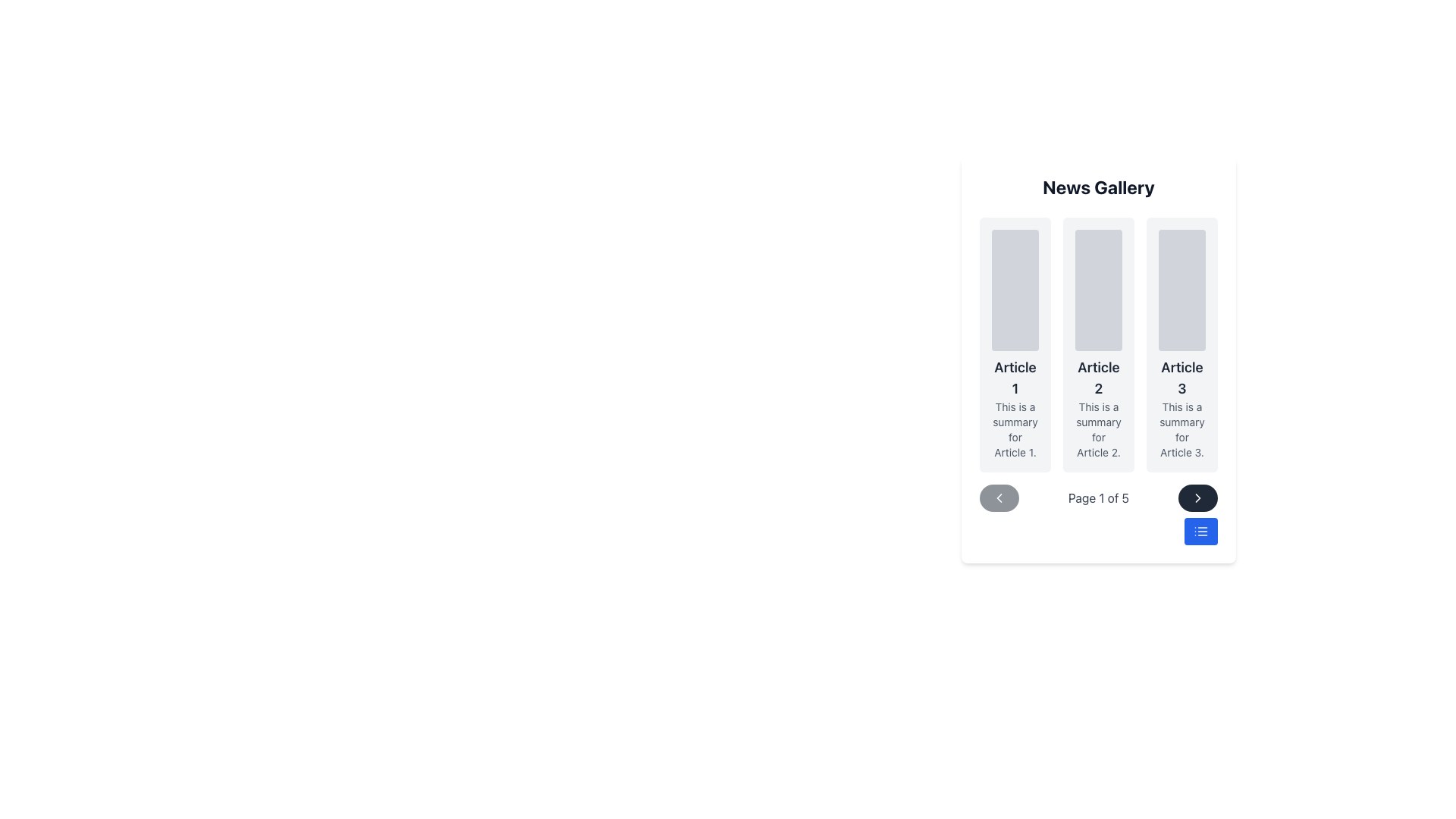 The width and height of the screenshot is (1456, 819). Describe the element at coordinates (999, 497) in the screenshot. I see `the left chevron icon inside the gray circular button located next to the text 'Page 1 of 5'` at that location.